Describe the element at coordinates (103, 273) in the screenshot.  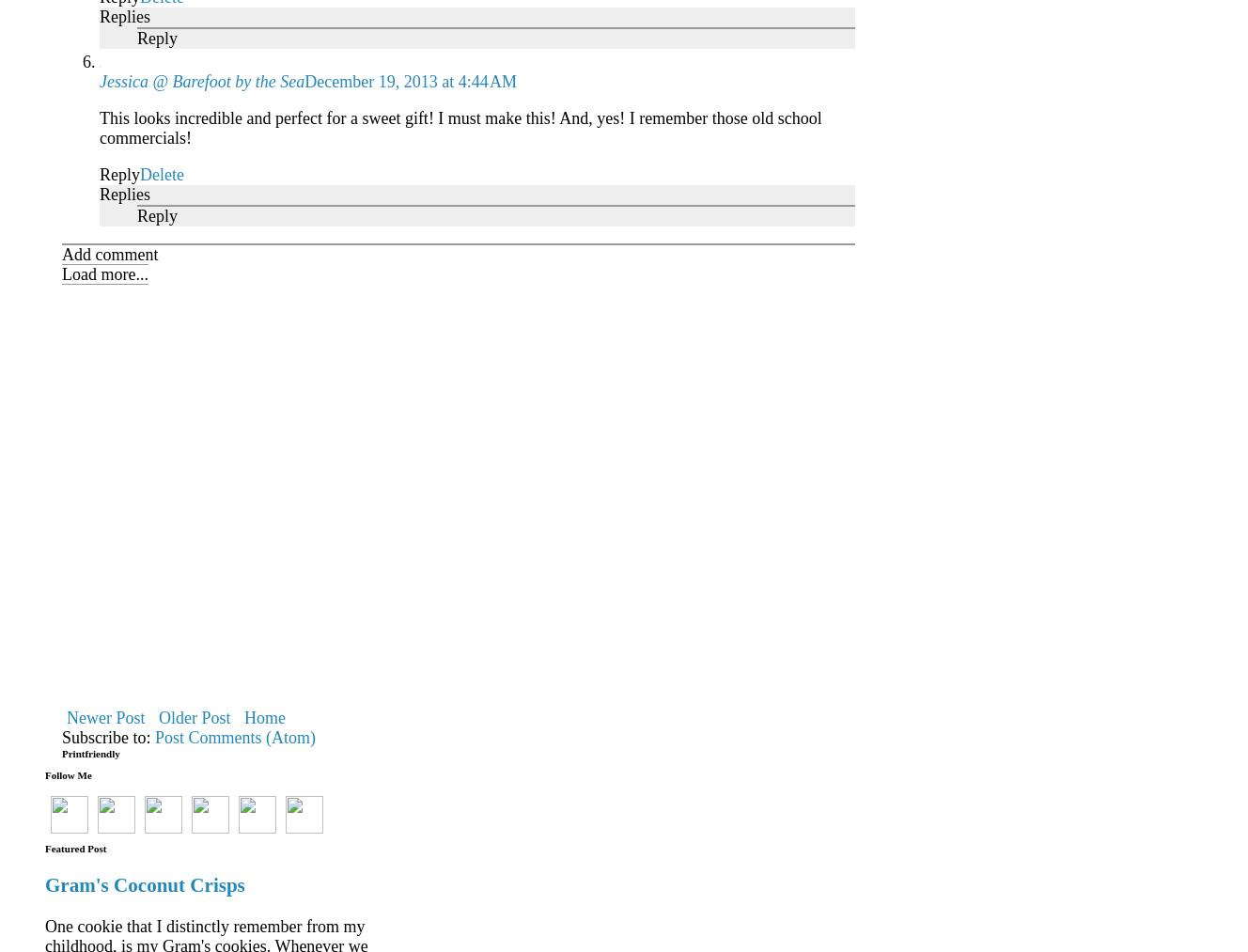
I see `'Load more...'` at that location.